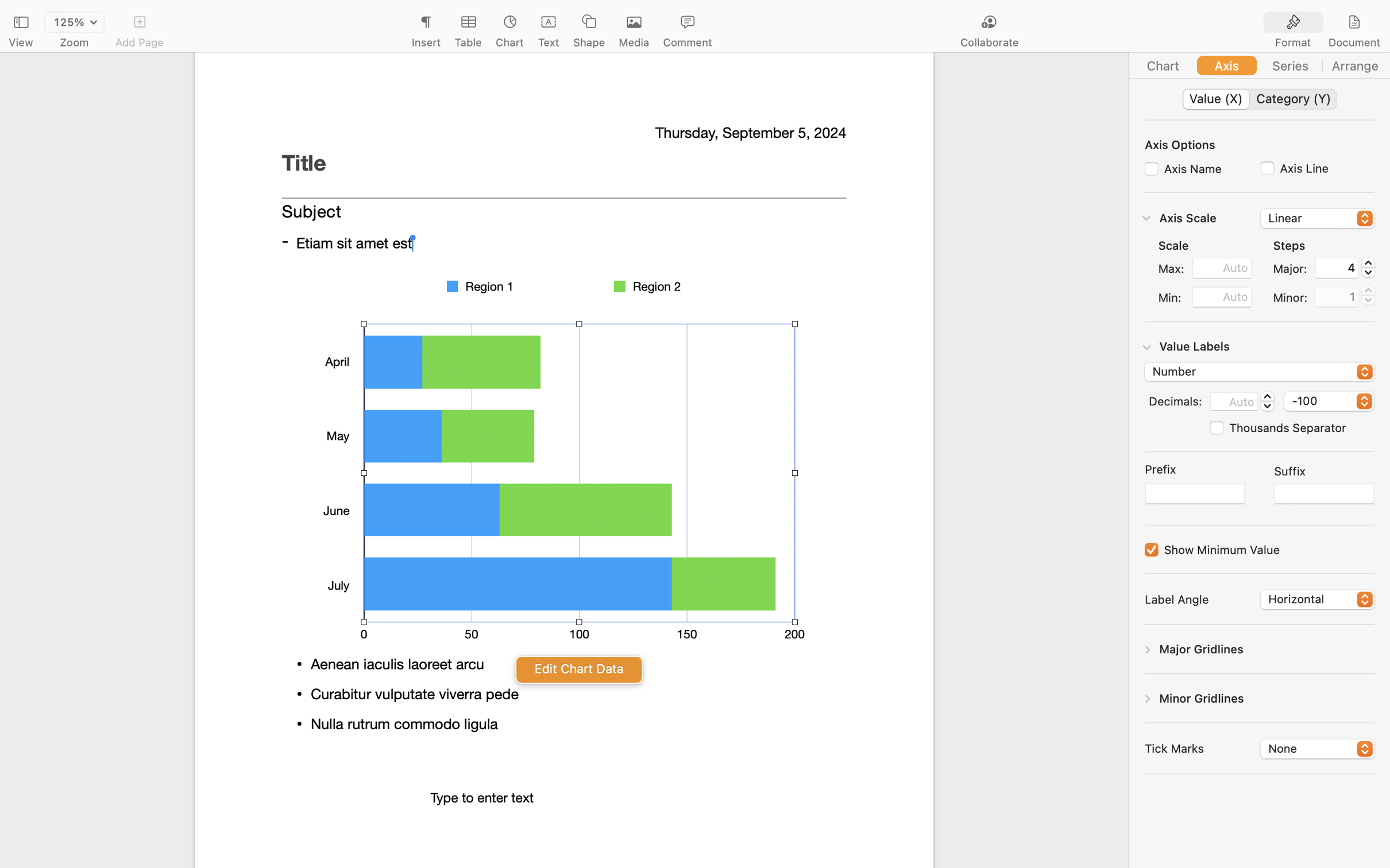 This screenshot has width=1390, height=868. What do you see at coordinates (1175, 400) in the screenshot?
I see `'Decimals:'` at bounding box center [1175, 400].